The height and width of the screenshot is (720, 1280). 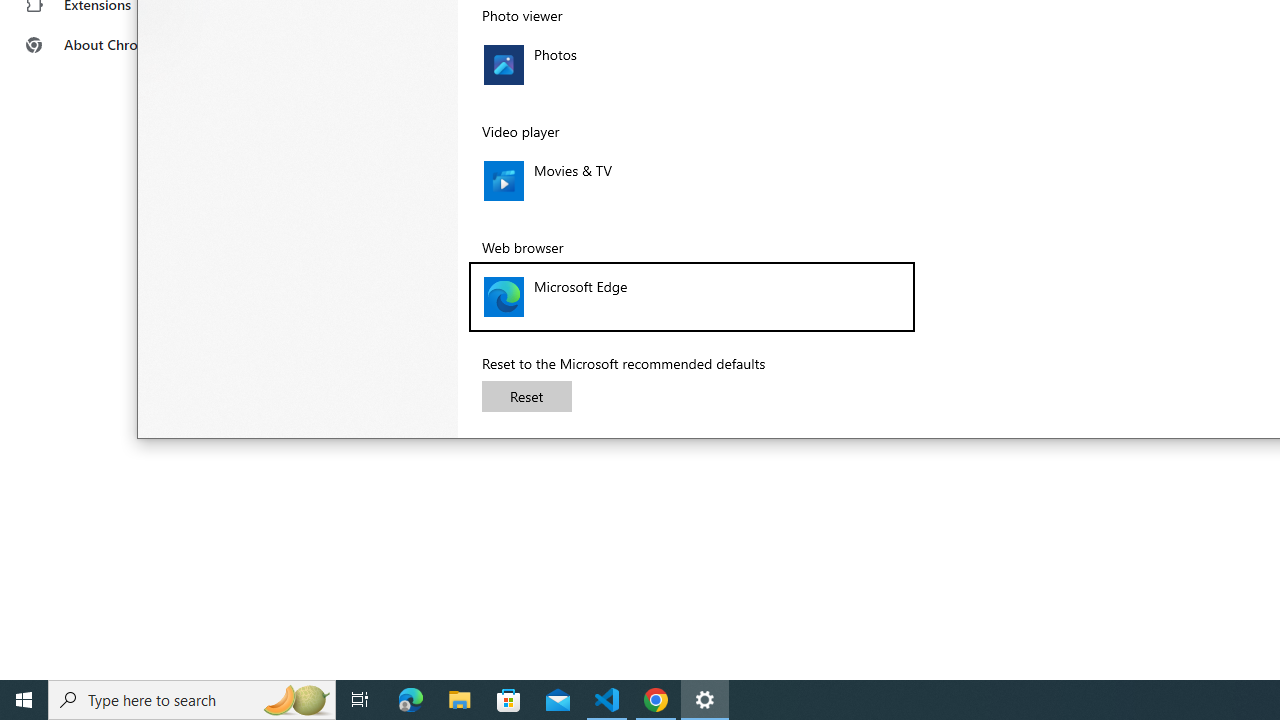 I want to click on 'Start', so click(x=24, y=698).